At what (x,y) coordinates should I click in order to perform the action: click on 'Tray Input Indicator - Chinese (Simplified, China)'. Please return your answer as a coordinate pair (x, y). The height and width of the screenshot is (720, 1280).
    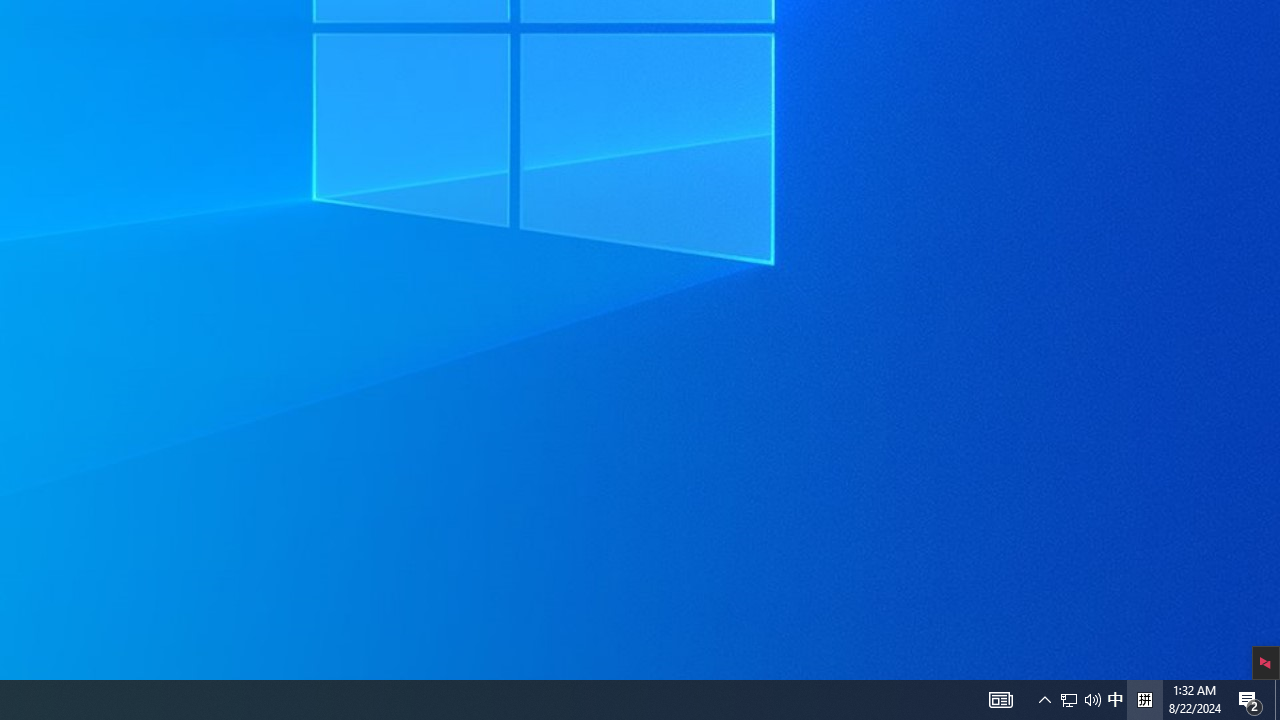
    Looking at the image, I should click on (1079, 698).